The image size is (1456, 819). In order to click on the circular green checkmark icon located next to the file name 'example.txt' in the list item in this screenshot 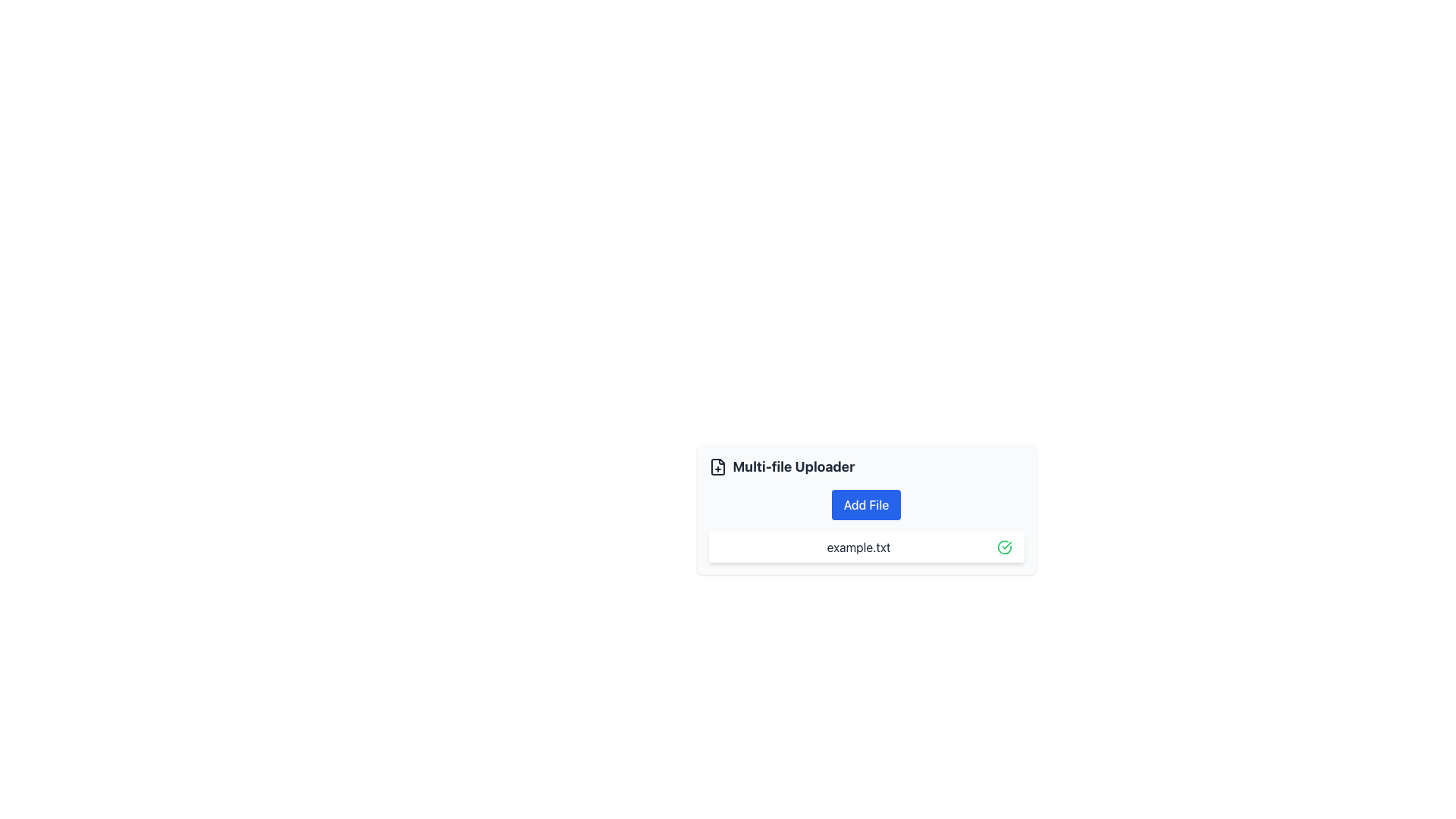, I will do `click(1004, 547)`.